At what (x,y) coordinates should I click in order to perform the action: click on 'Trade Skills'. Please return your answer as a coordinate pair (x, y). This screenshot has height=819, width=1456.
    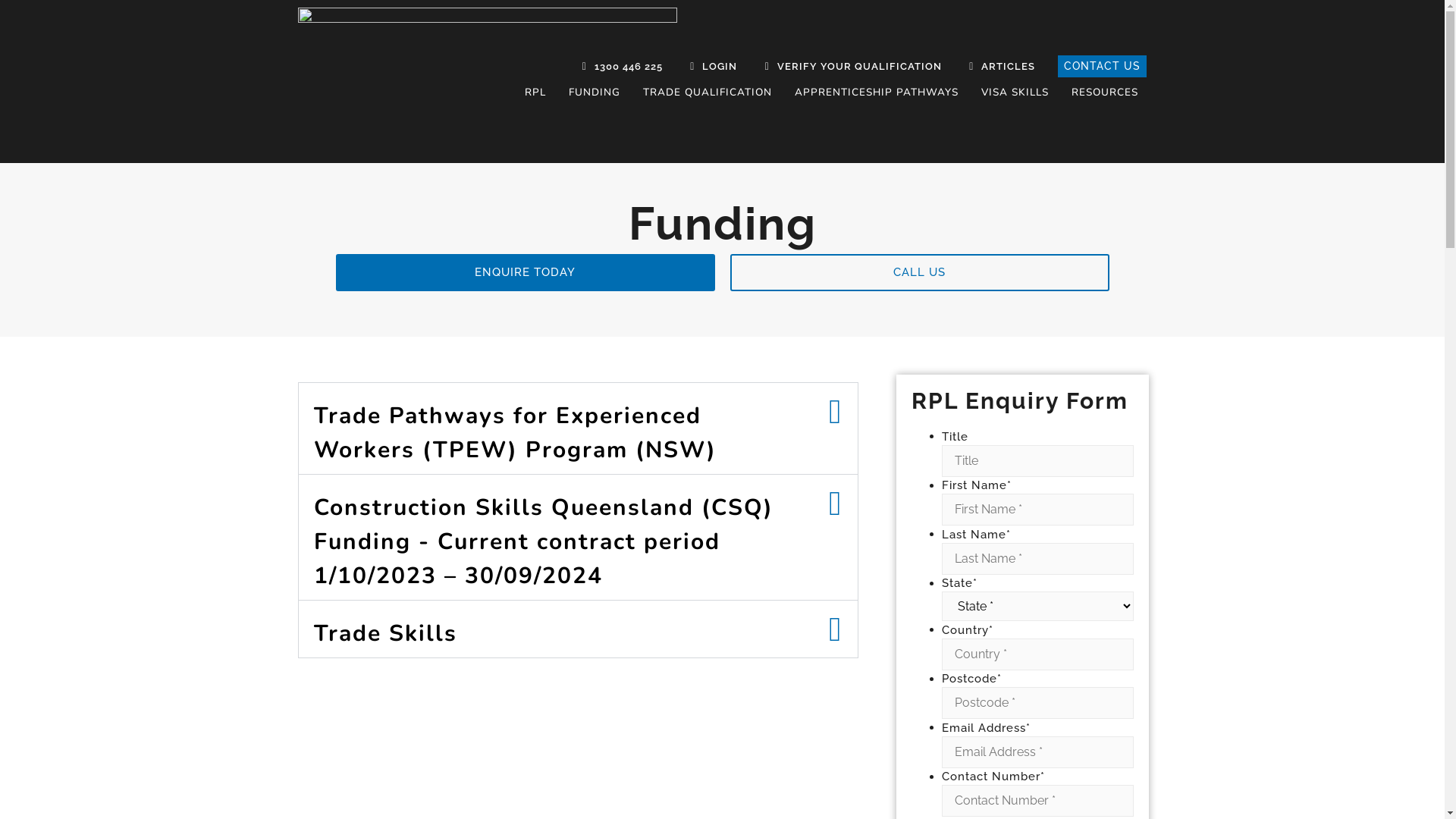
    Looking at the image, I should click on (385, 633).